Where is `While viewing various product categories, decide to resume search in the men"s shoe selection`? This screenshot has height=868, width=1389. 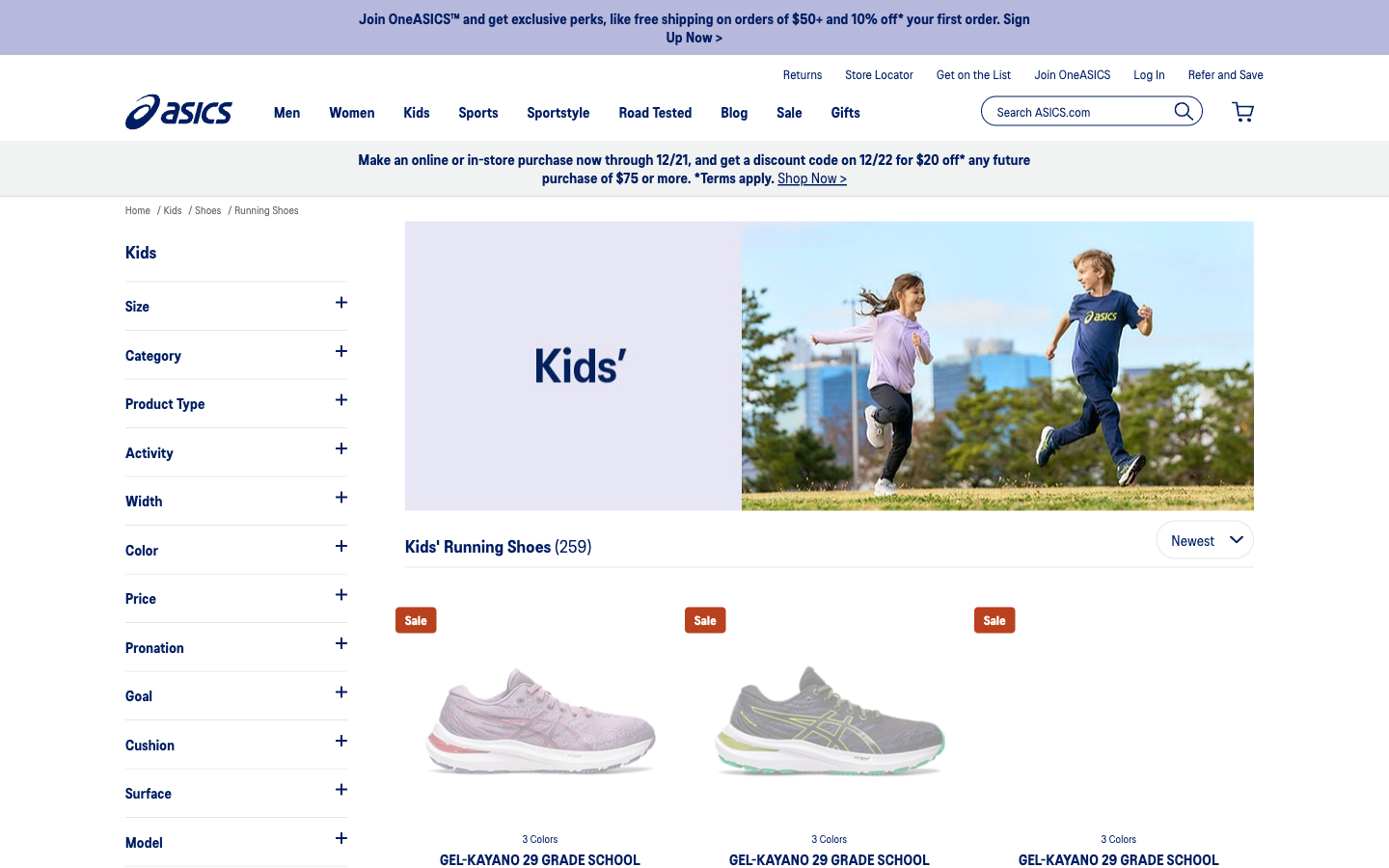 While viewing various product categories, decide to resume search in the men"s shoe selection is located at coordinates (234, 354).